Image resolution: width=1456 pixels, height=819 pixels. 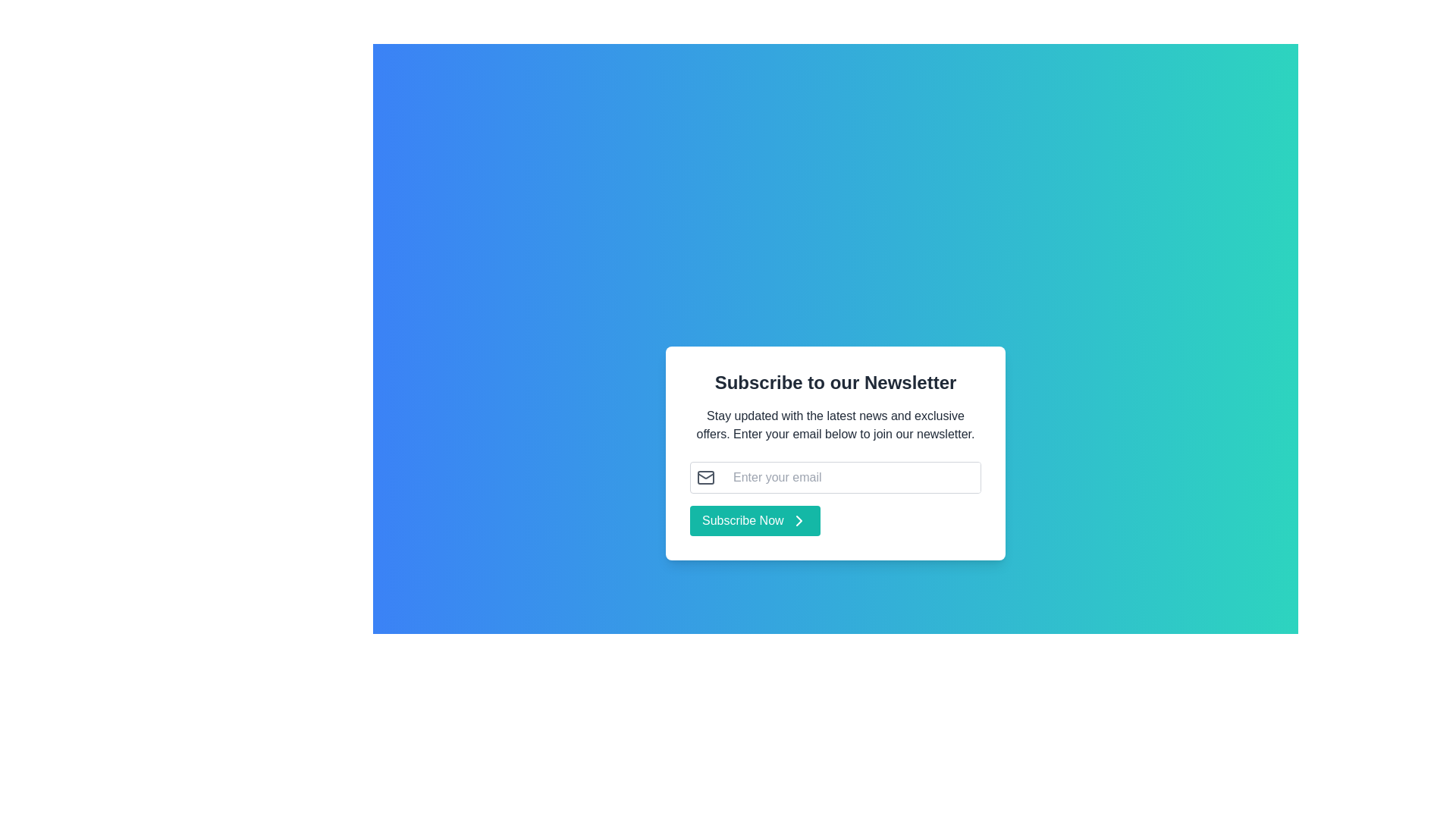 What do you see at coordinates (798, 519) in the screenshot?
I see `the right-facing chevron icon, which is part of the 'Subscribe Now' button, located to the right of the button text` at bounding box center [798, 519].